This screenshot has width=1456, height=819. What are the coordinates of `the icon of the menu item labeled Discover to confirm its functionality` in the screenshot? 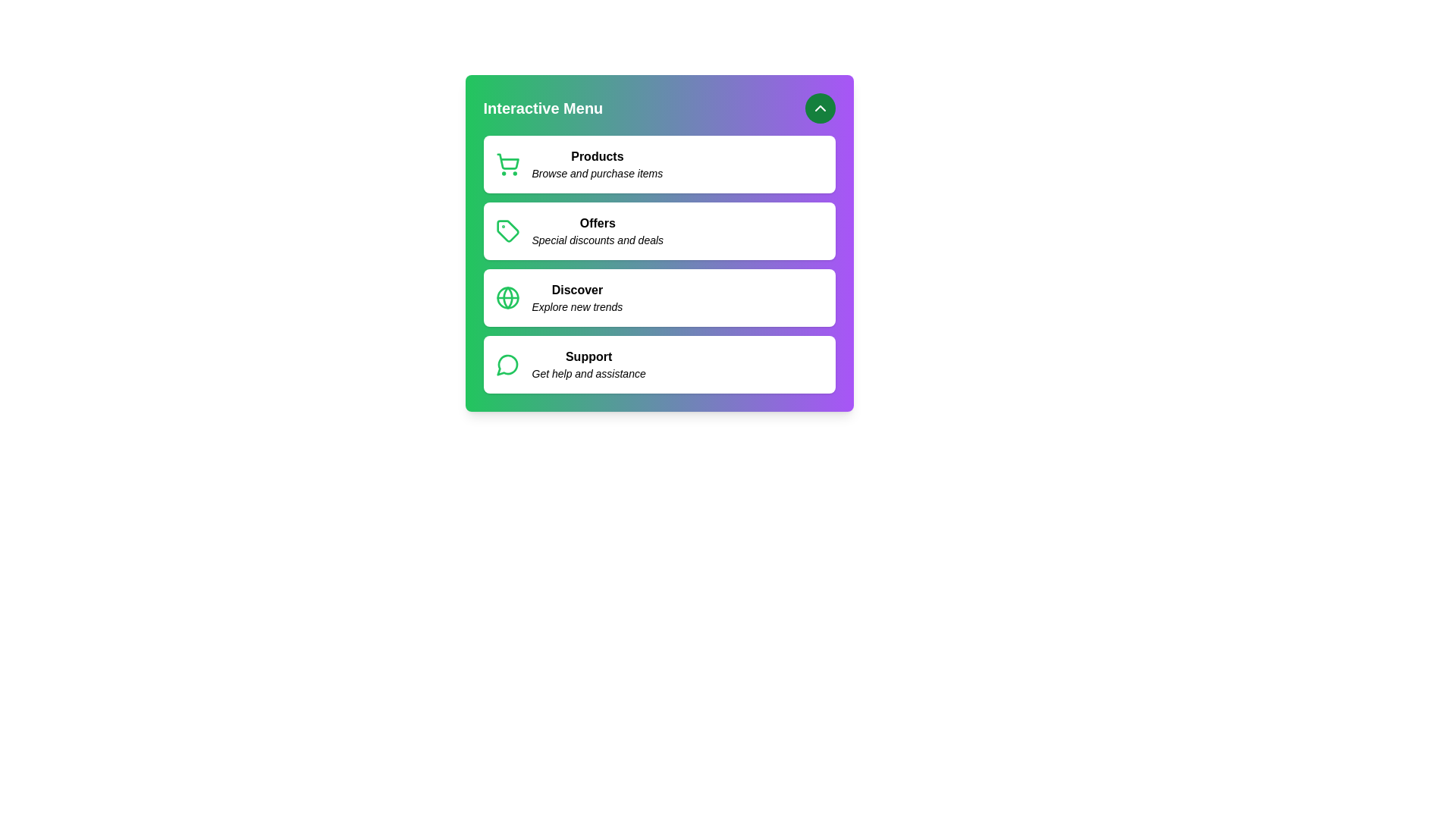 It's located at (507, 298).